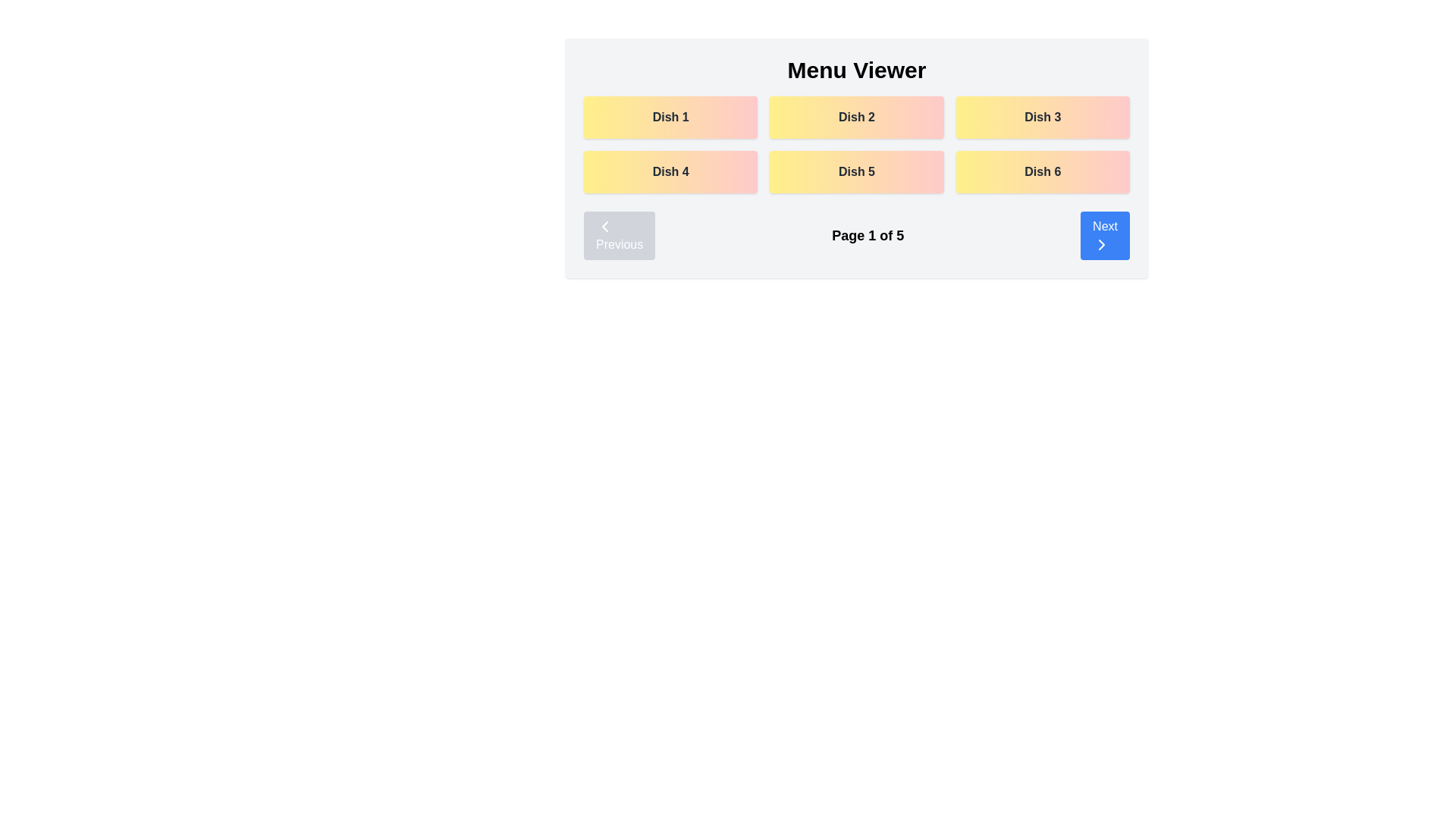  Describe the element at coordinates (868, 236) in the screenshot. I see `the text label displaying 'Page 1 of 5' located in the center of the navigation bar, positioned between the 'Previous' and 'Next' buttons` at that location.